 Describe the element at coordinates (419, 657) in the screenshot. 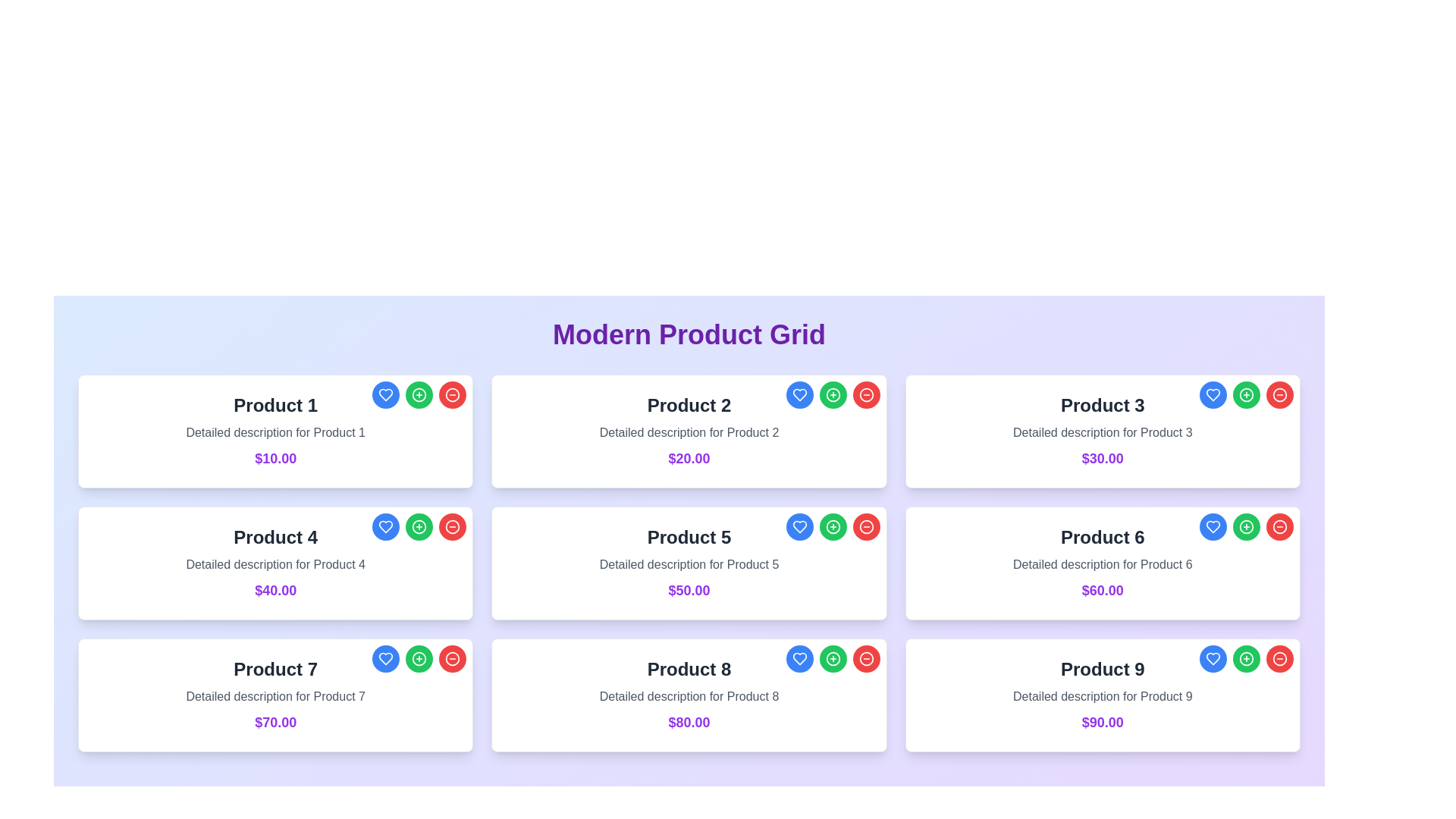

I see `the button icon that adds 'Product 7' to the cart, located in the top-right corner of the card` at that location.